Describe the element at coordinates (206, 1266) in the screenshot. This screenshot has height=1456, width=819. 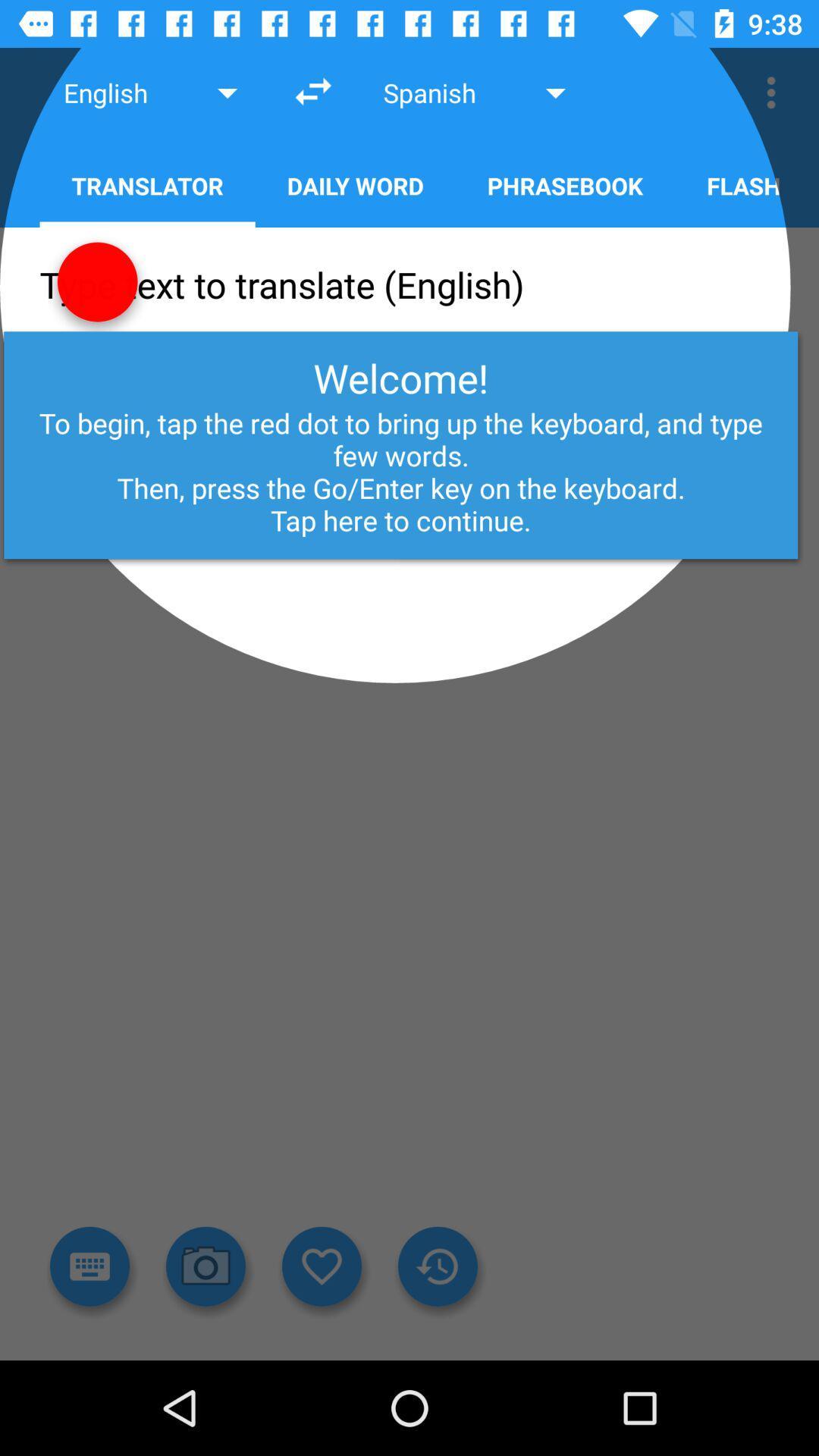
I see `the button beside keyboard symbol` at that location.